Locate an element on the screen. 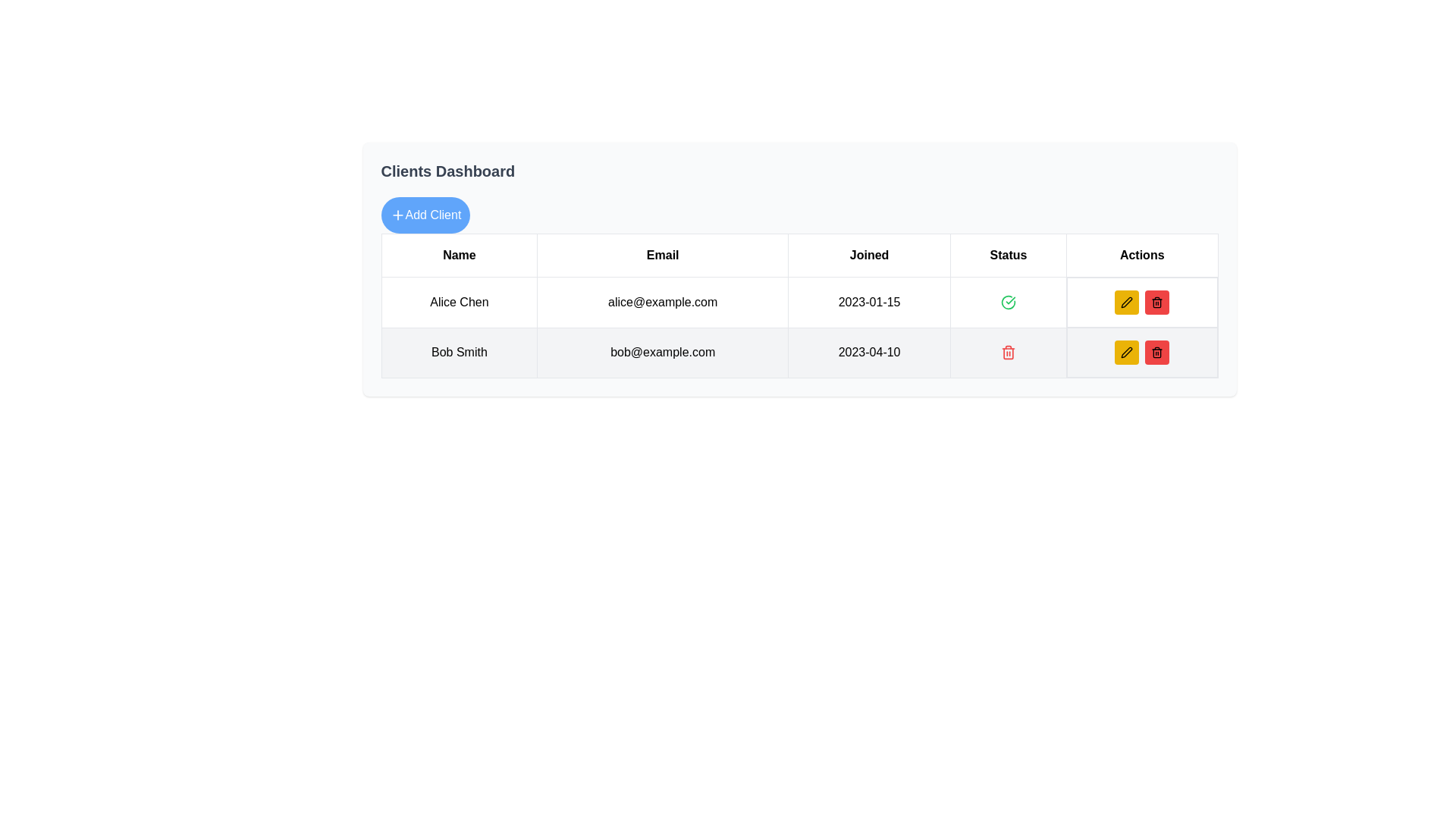  the trash can icon in the 'Actions' column of the user table for 'Bob Smith' is located at coordinates (1156, 302).